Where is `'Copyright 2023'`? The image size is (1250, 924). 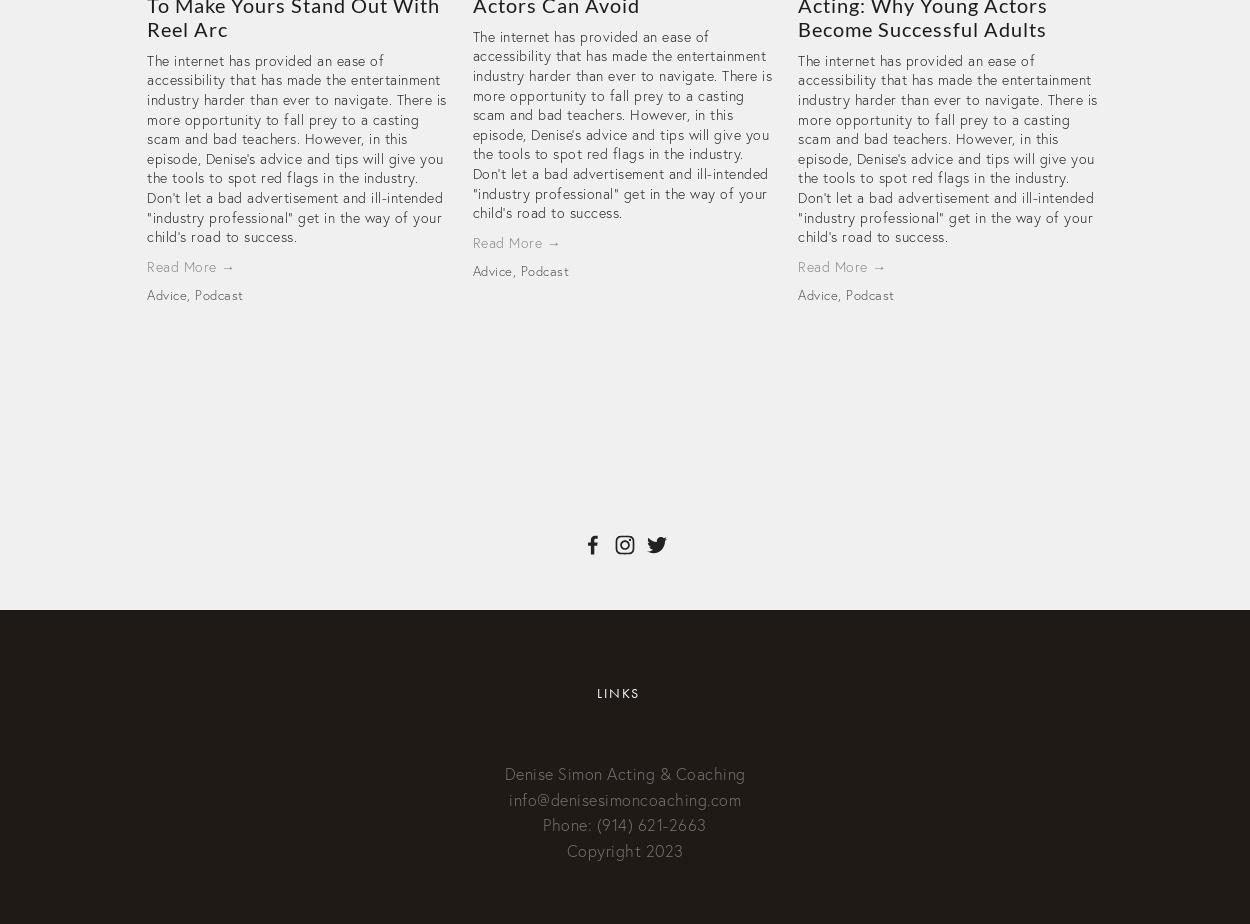 'Copyright 2023' is located at coordinates (623, 849).